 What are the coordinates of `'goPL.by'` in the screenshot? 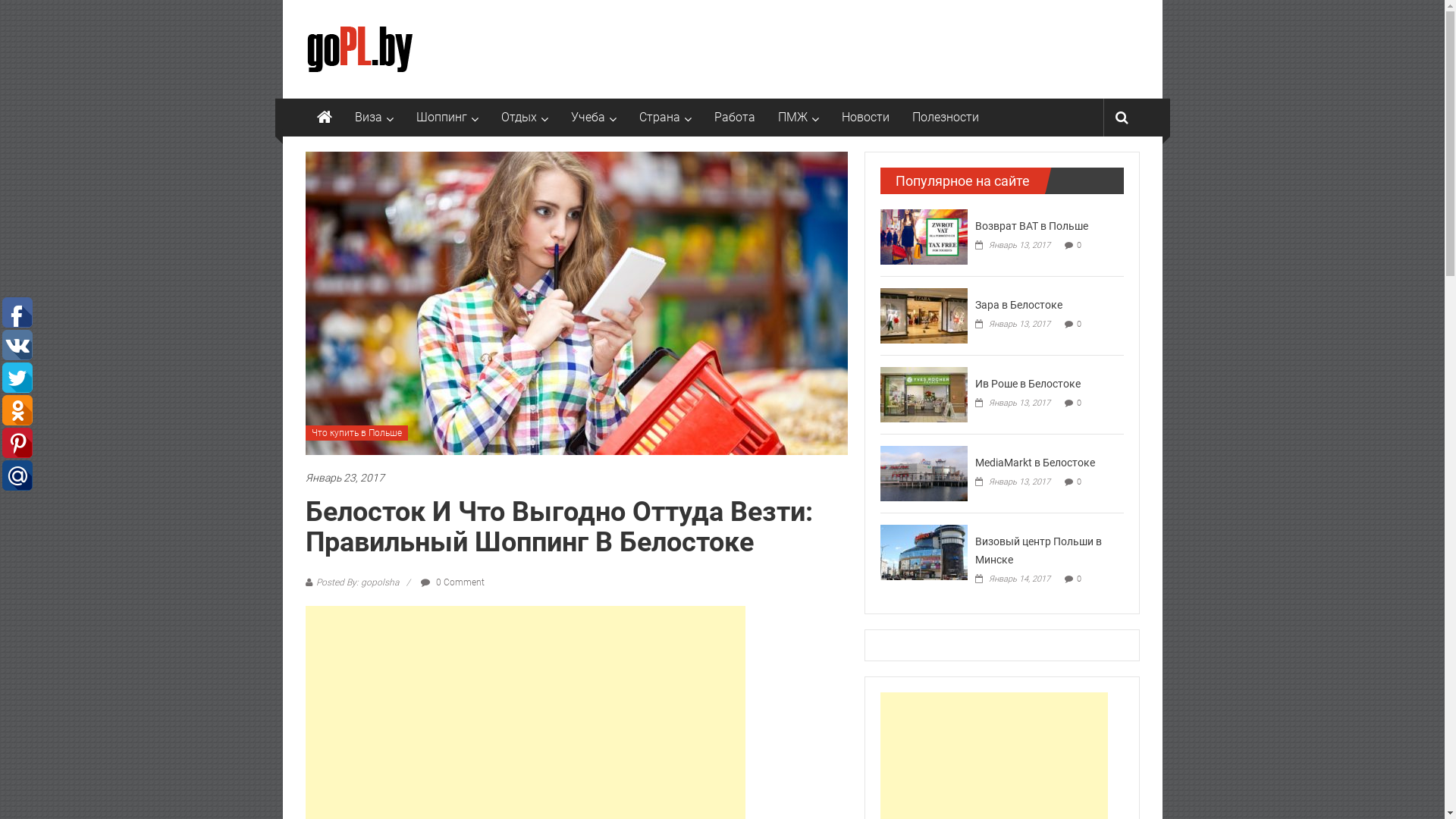 It's located at (345, 30).